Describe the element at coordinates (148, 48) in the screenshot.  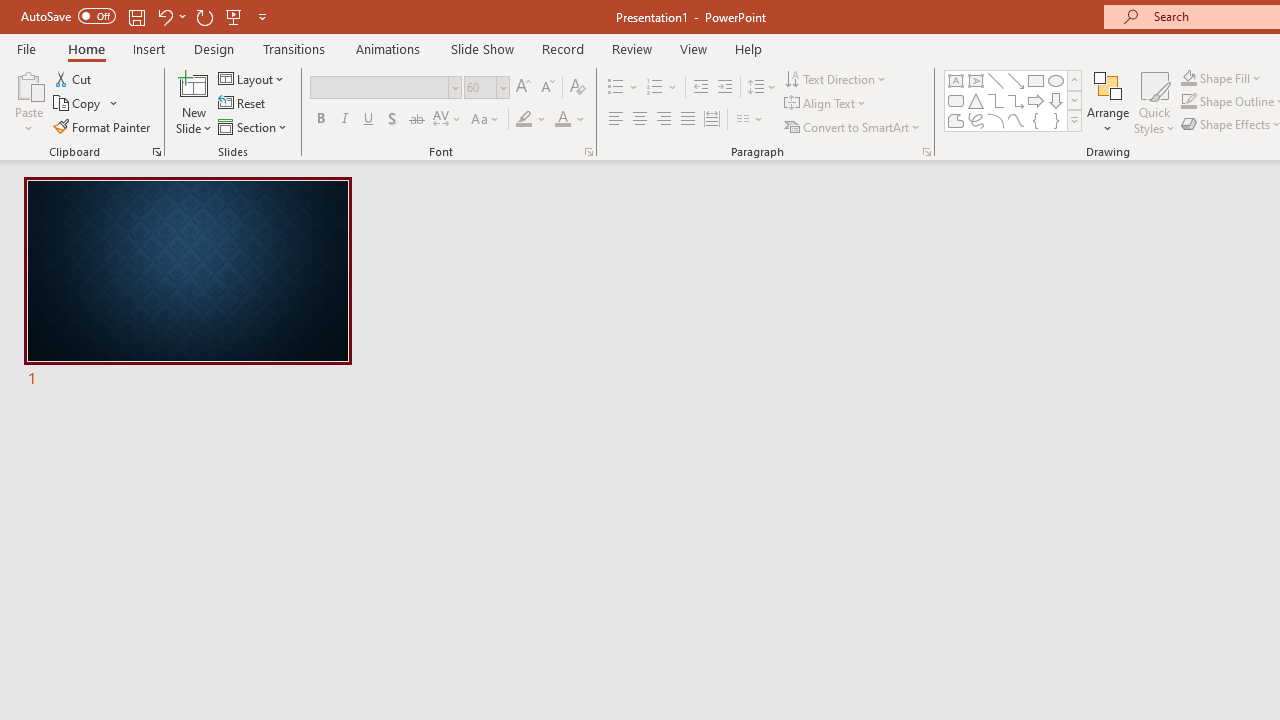
I see `'Insert'` at that location.